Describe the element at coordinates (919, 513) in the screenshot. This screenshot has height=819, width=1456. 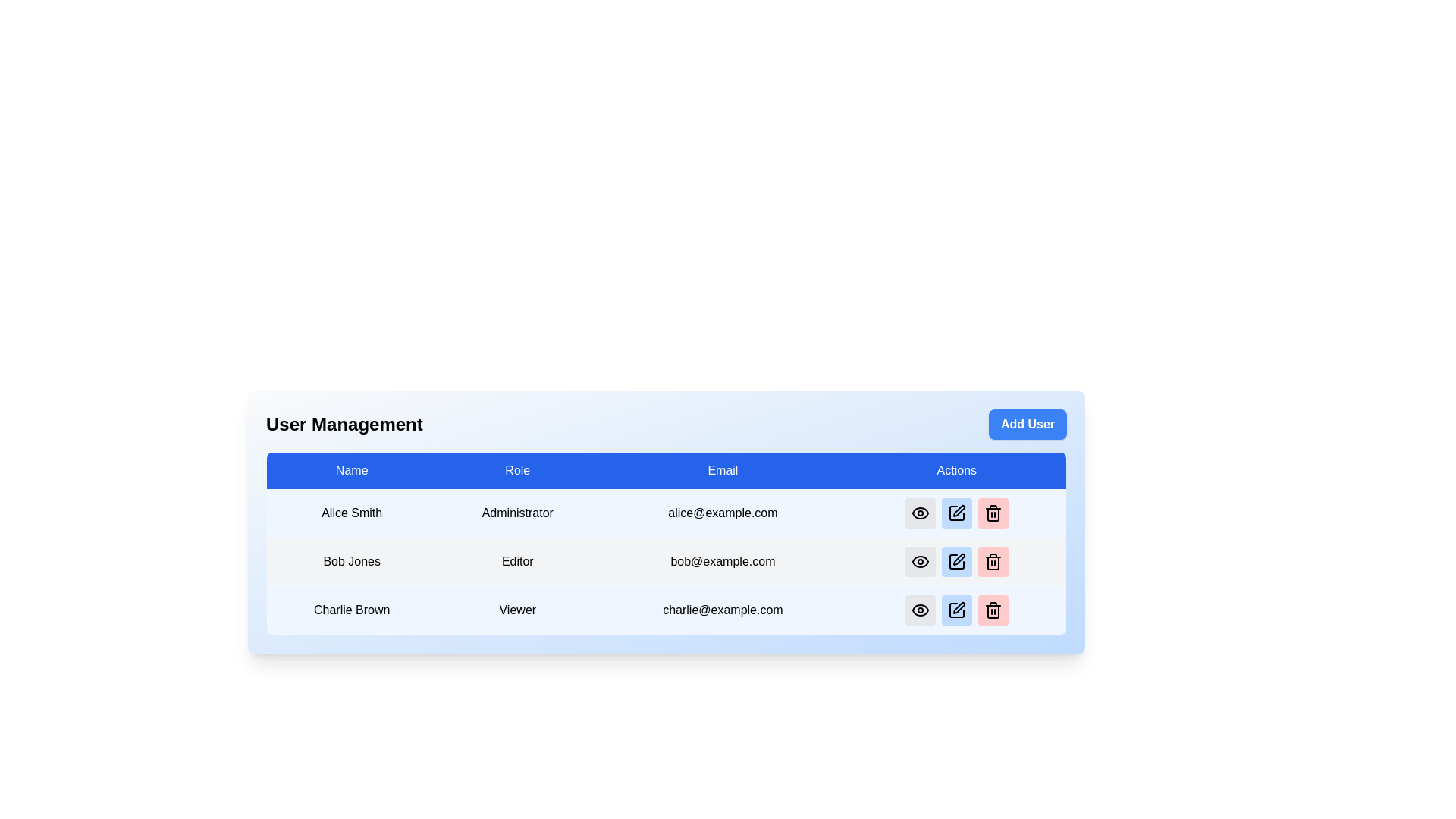
I see `the eye-shaped icon button in the 'Actions' column for the user 'Alice Smith'` at that location.